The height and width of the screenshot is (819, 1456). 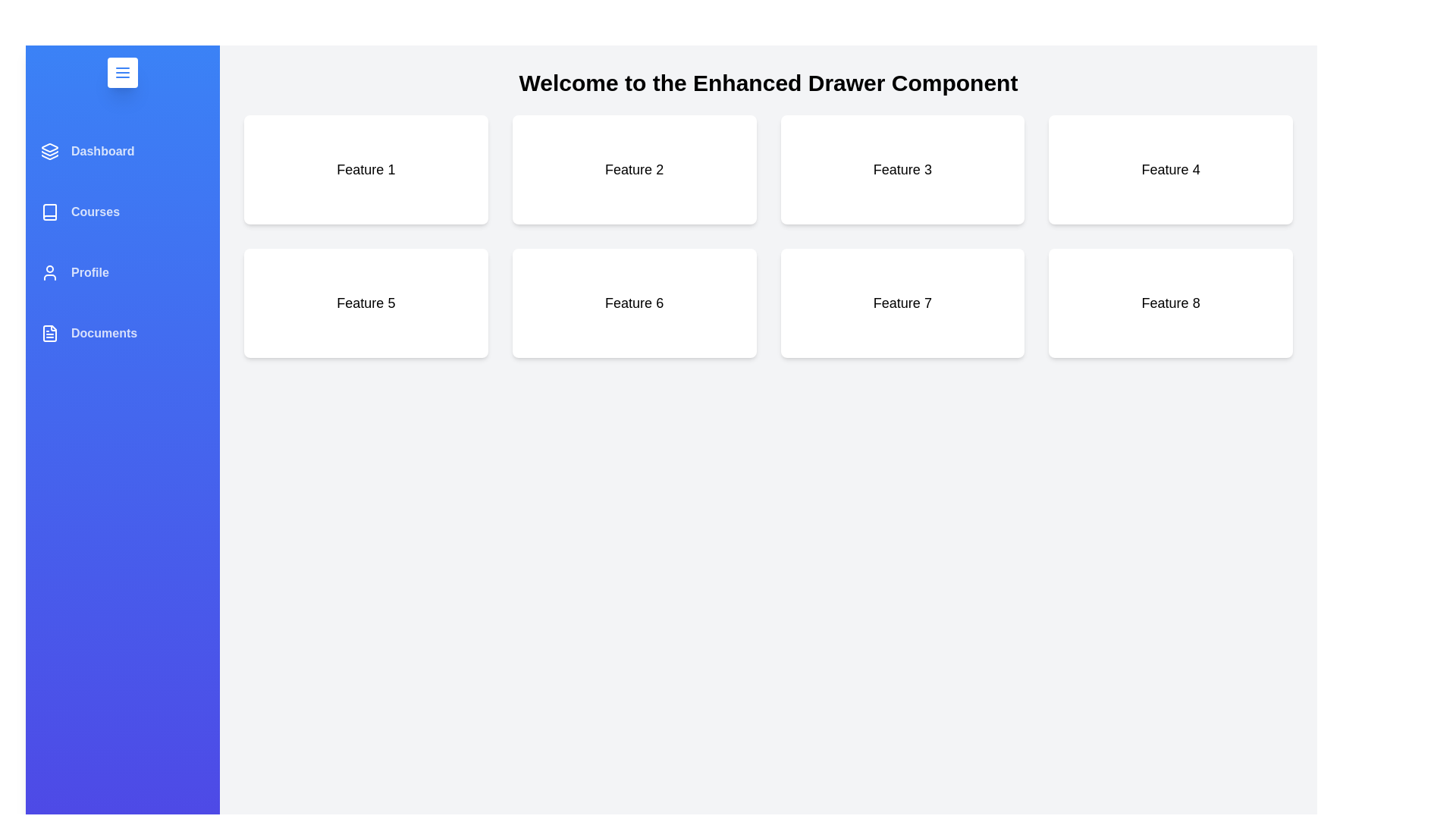 What do you see at coordinates (123, 332) in the screenshot?
I see `the menu item Documents to reveal its hover effect` at bounding box center [123, 332].